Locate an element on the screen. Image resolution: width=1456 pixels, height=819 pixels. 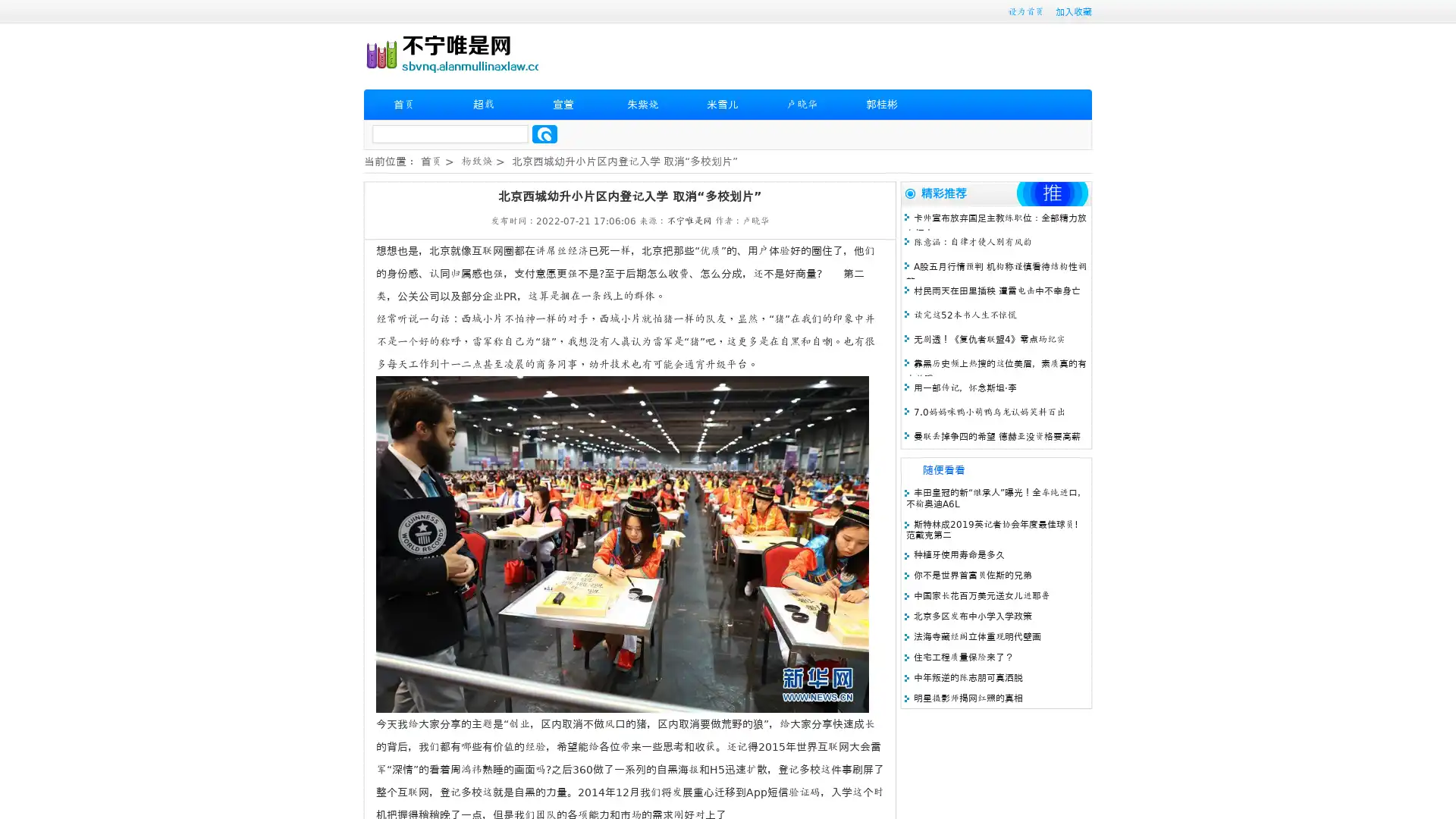
Search is located at coordinates (544, 133).